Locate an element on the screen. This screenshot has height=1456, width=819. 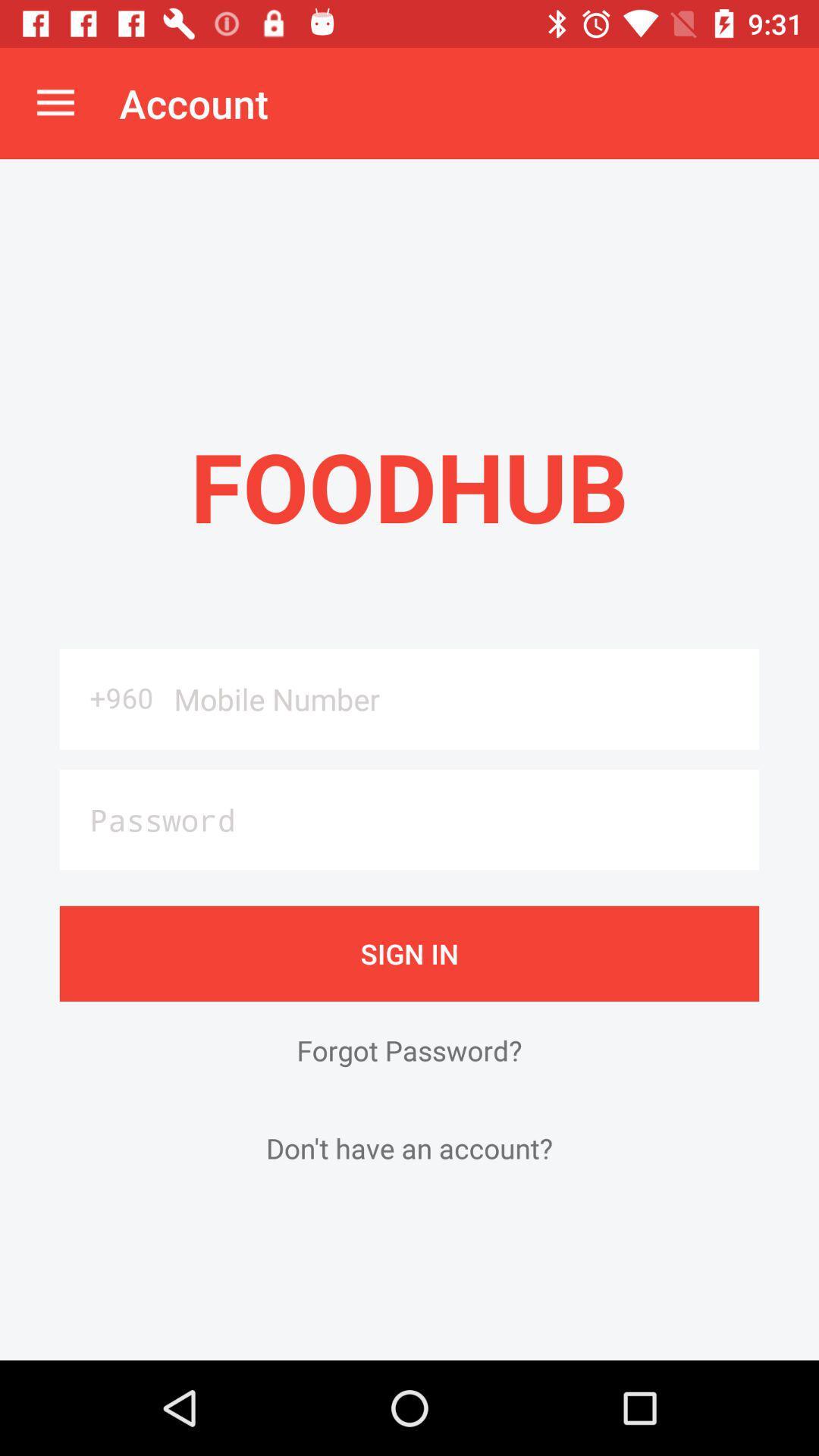
cell number is located at coordinates (460, 698).